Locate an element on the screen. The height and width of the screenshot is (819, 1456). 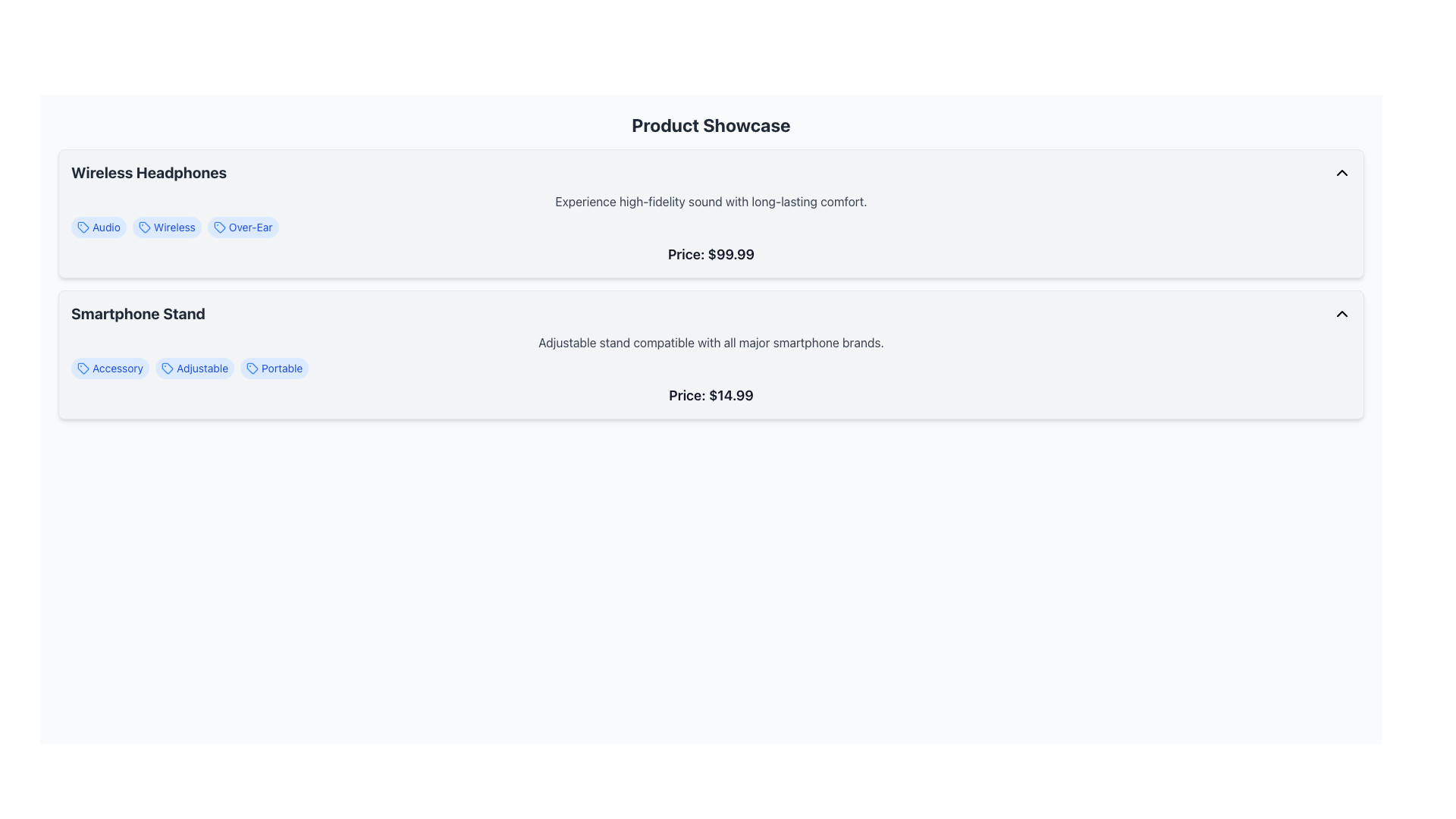
the chevron-up icon located in the upper-right corner of the 'Wireless Headphones' section header is located at coordinates (1342, 171).